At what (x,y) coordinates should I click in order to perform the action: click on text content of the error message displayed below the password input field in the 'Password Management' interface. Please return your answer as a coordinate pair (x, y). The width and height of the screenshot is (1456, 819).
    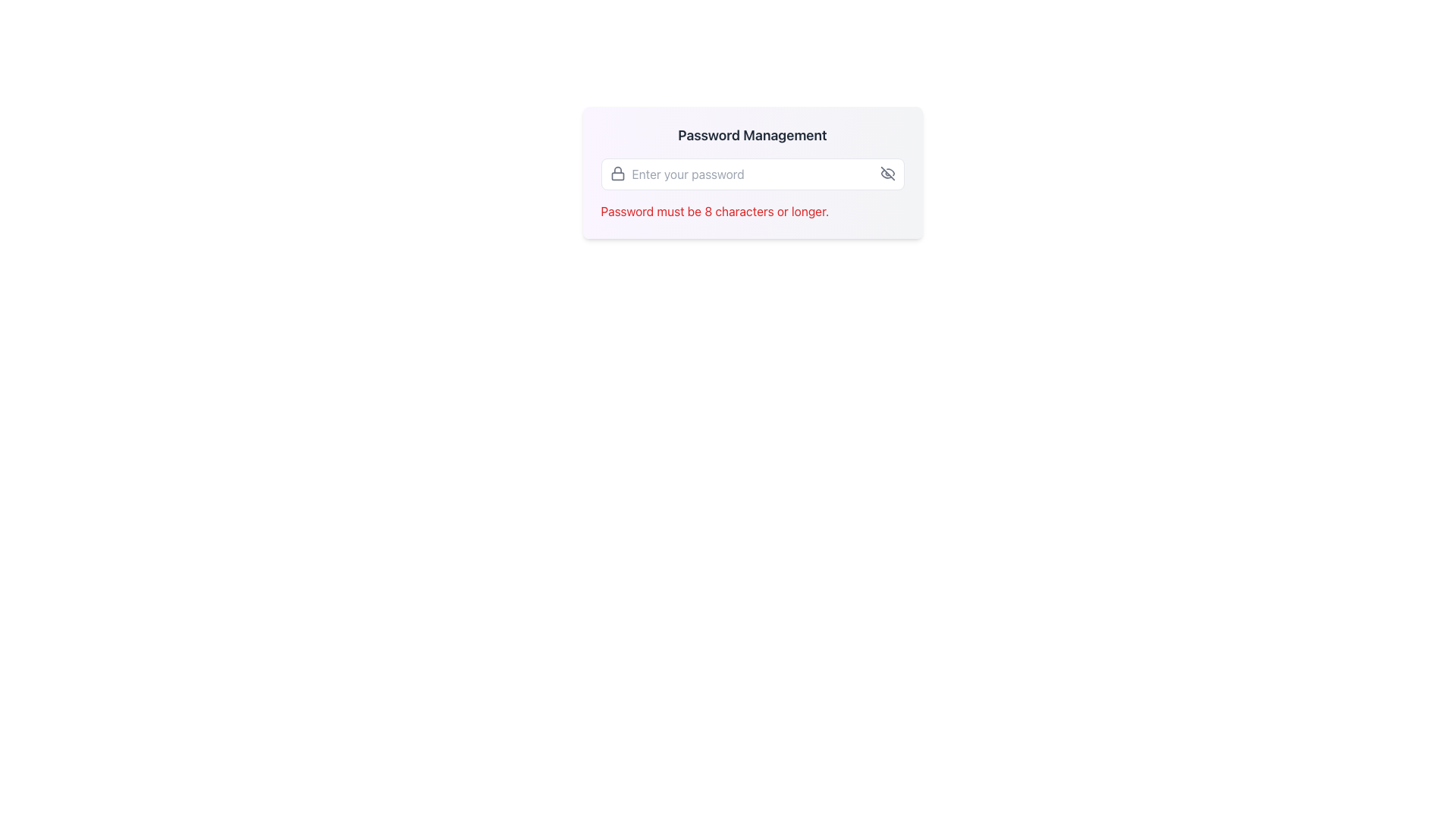
    Looking at the image, I should click on (752, 211).